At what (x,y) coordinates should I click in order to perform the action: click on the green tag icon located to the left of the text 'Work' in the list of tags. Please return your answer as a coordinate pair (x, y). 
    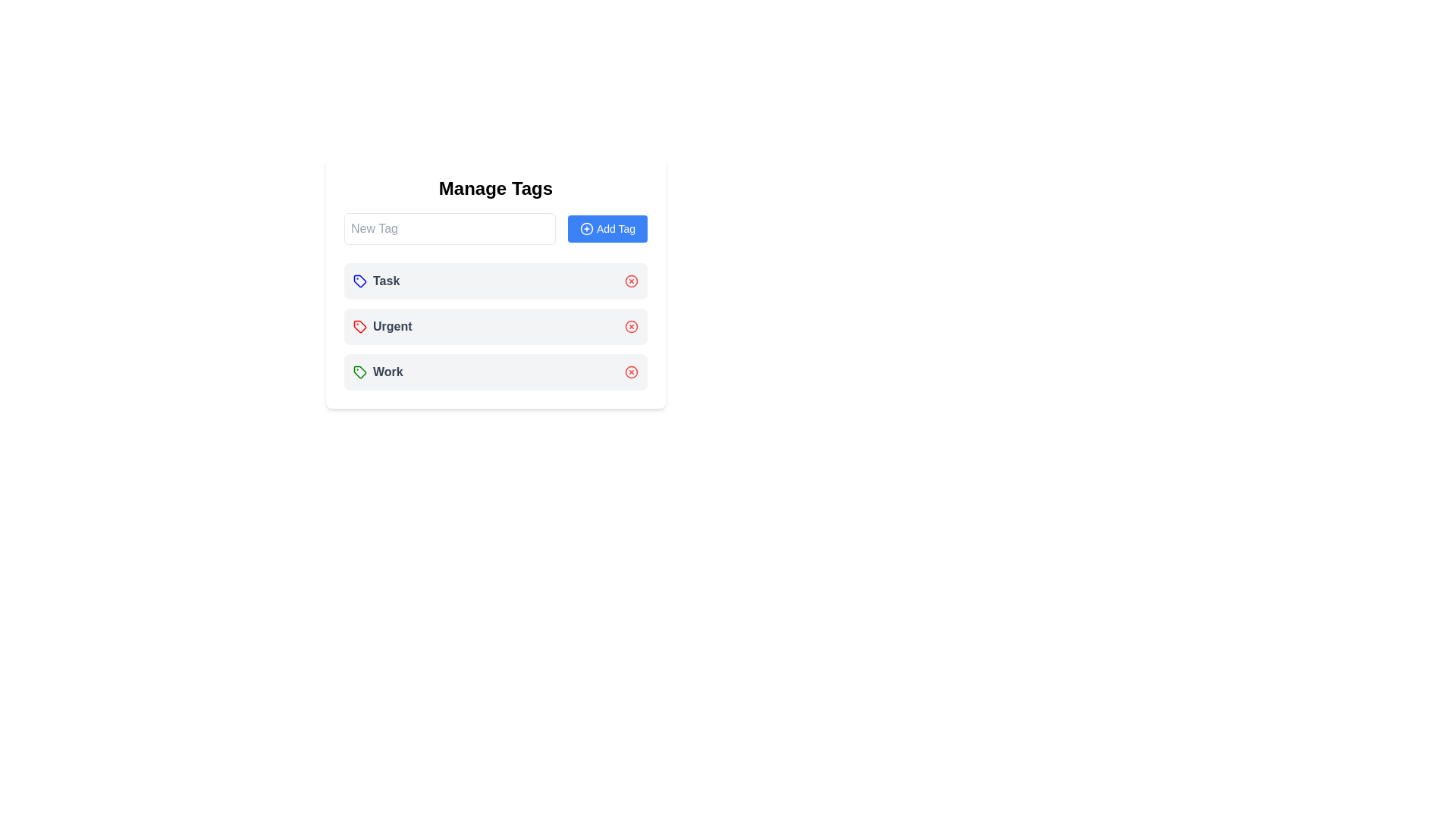
    Looking at the image, I should click on (359, 372).